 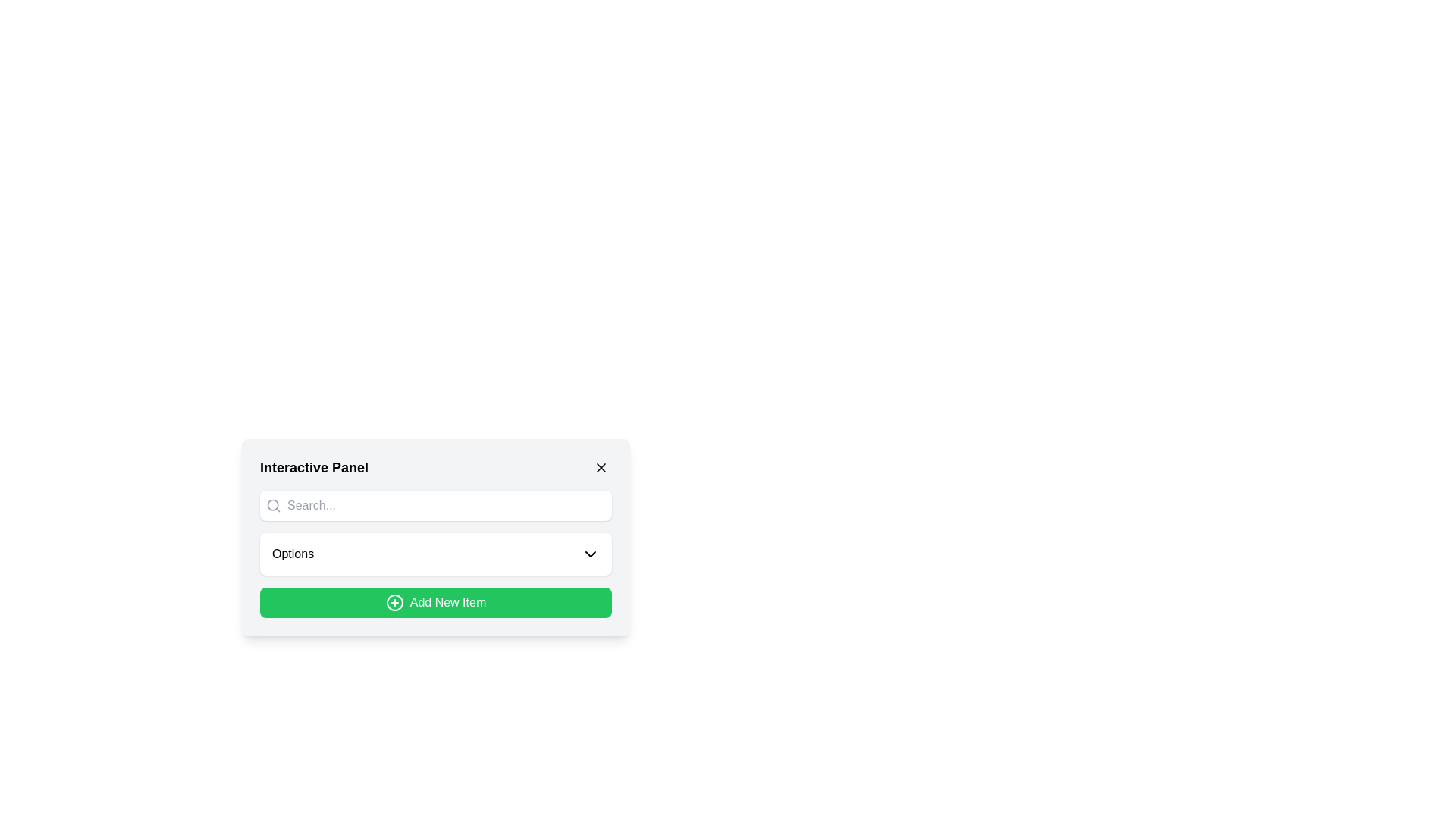 I want to click on the close button styled as a small square with rounded corners, featuring an 'X' icon, located at the top-right corner of the 'Interactive Panel', so click(x=600, y=467).